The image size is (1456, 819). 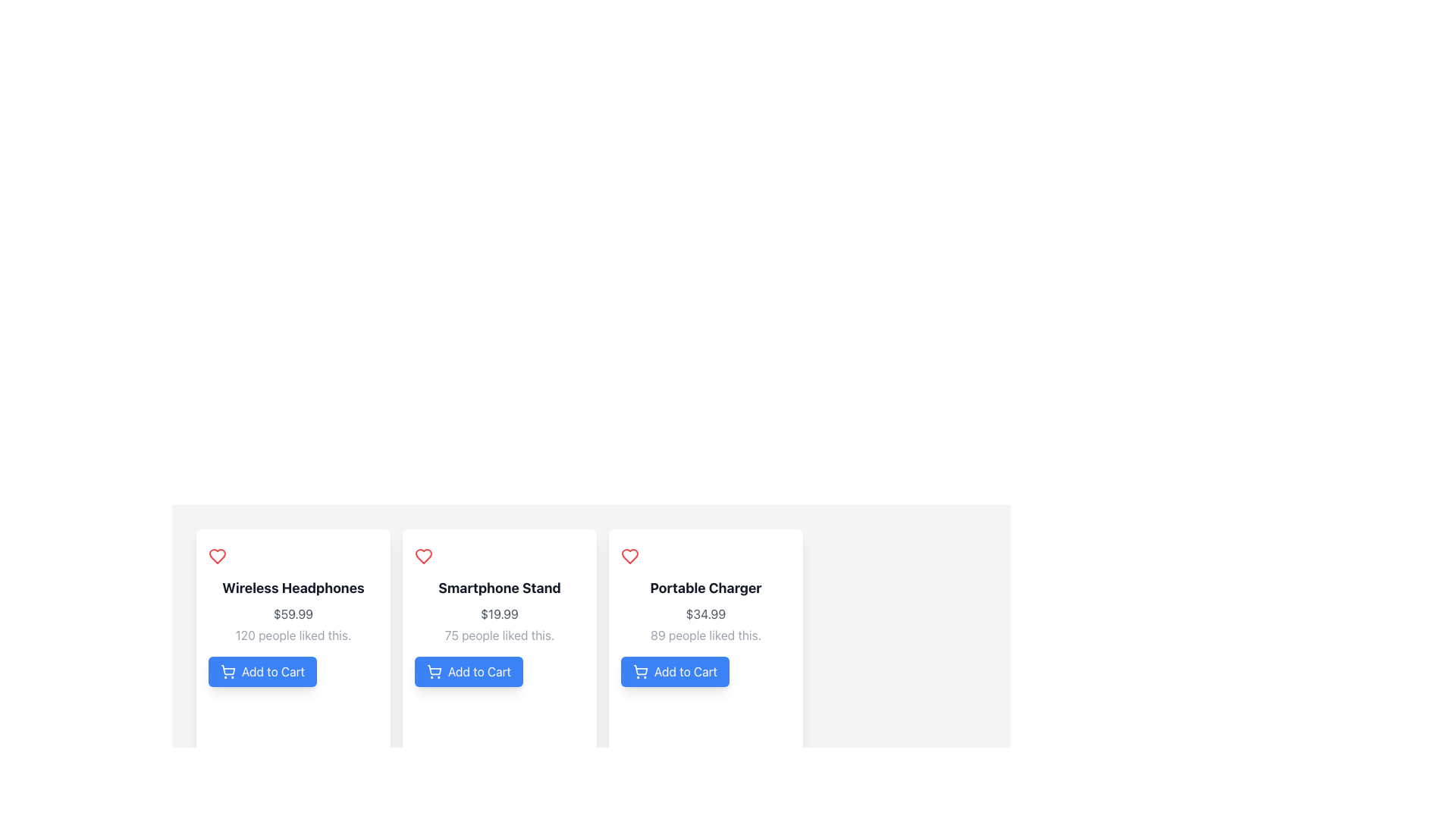 I want to click on the blue button labeled 'Add to Cart' with a shopping cart icon, so click(x=468, y=671).